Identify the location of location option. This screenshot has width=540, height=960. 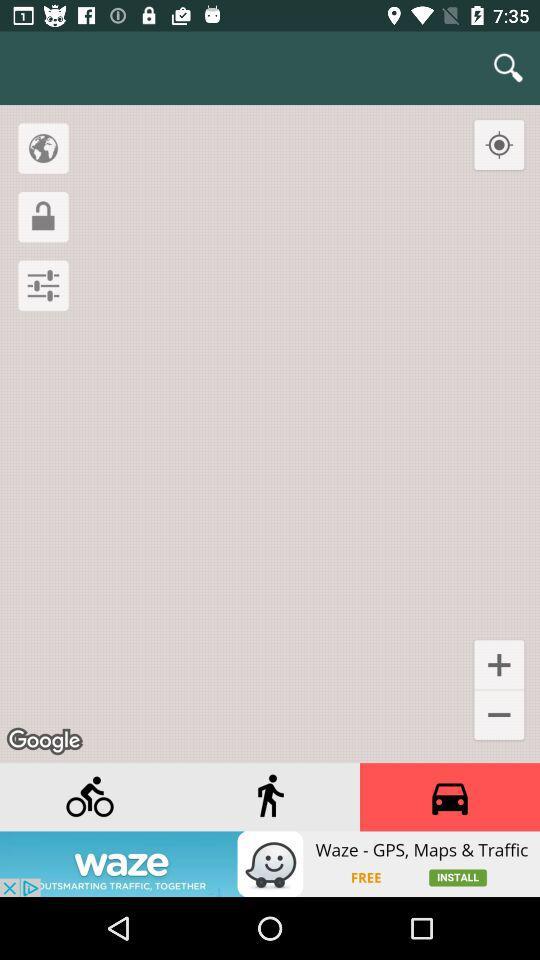
(43, 147).